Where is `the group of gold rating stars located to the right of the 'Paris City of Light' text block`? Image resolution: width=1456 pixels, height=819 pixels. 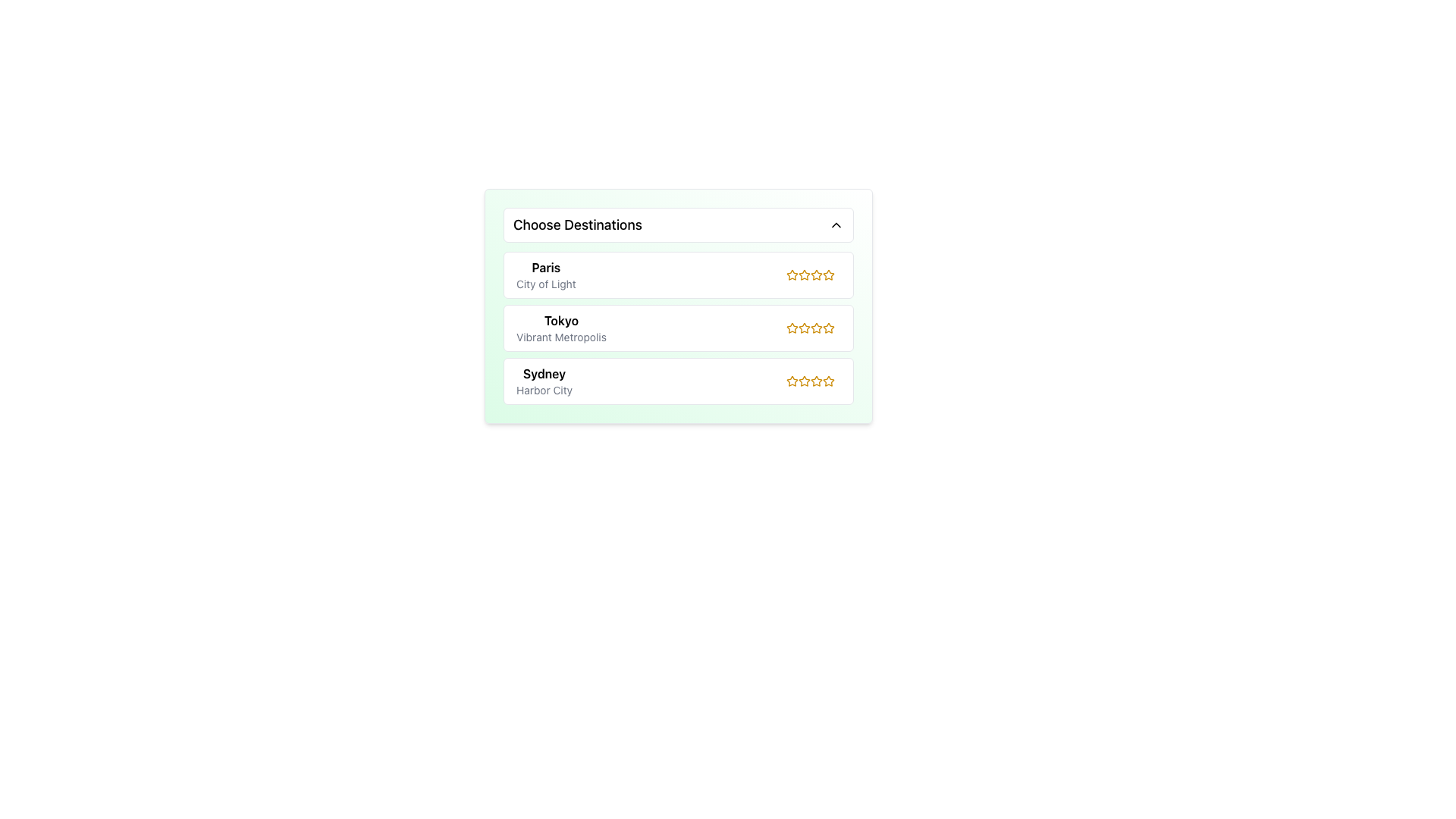 the group of gold rating stars located to the right of the 'Paris City of Light' text block is located at coordinates (813, 275).